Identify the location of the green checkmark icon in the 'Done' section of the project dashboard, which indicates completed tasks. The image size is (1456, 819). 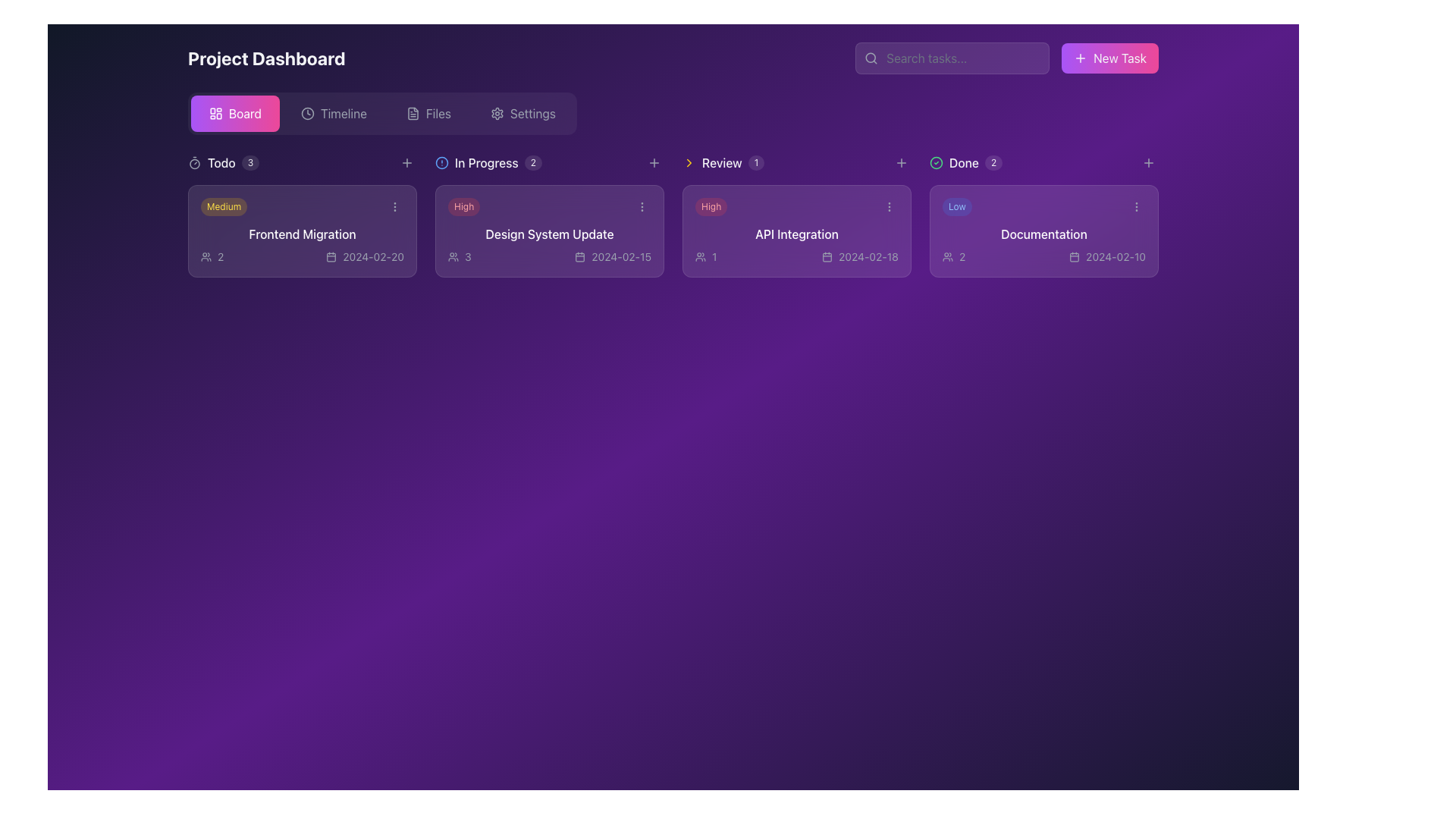
(935, 163).